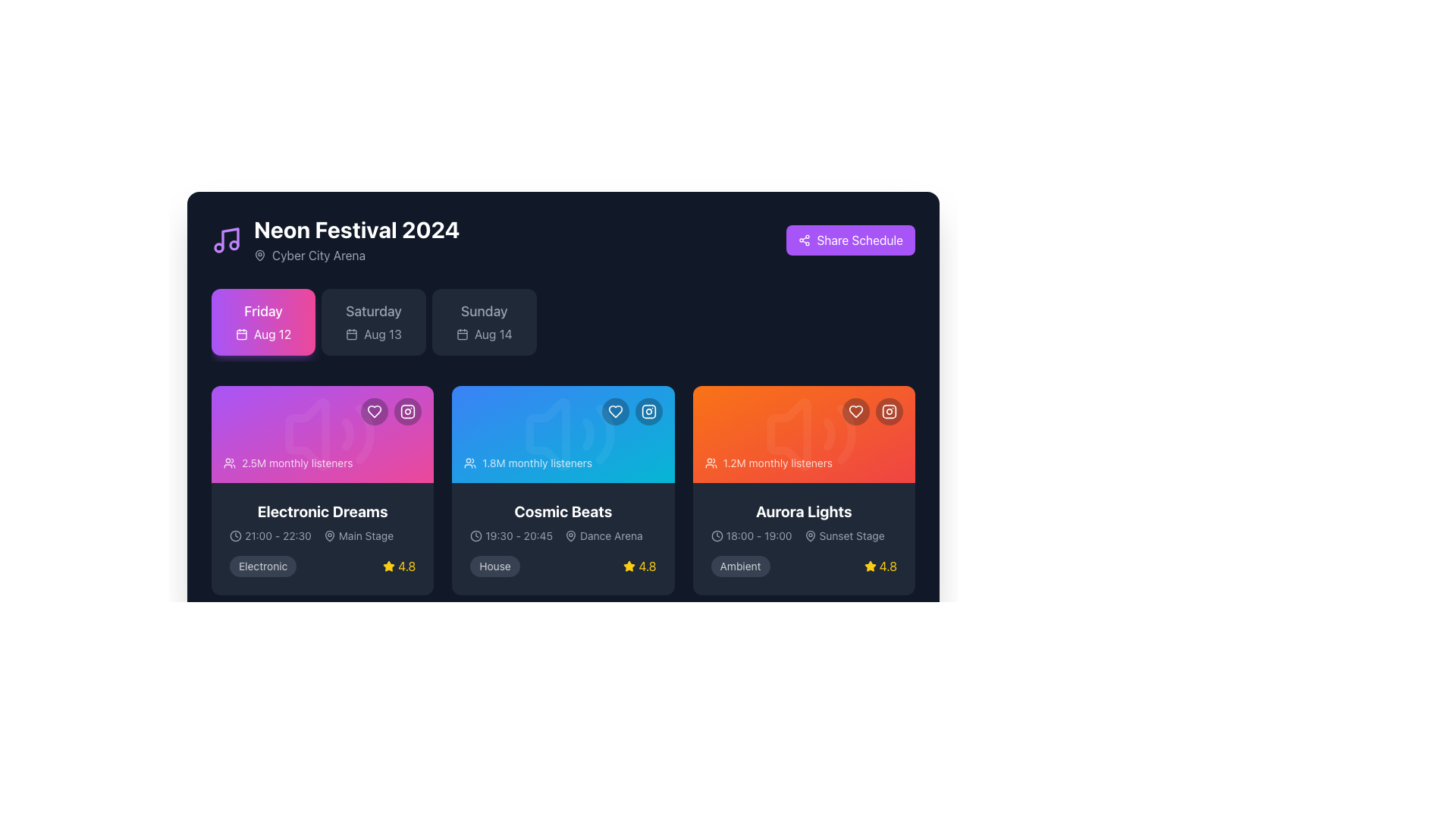 The image size is (1456, 819). What do you see at coordinates (356, 230) in the screenshot?
I see `text element that displays 'Neon Festival 2024', which is bold and enlarged in white against a dark navy background` at bounding box center [356, 230].